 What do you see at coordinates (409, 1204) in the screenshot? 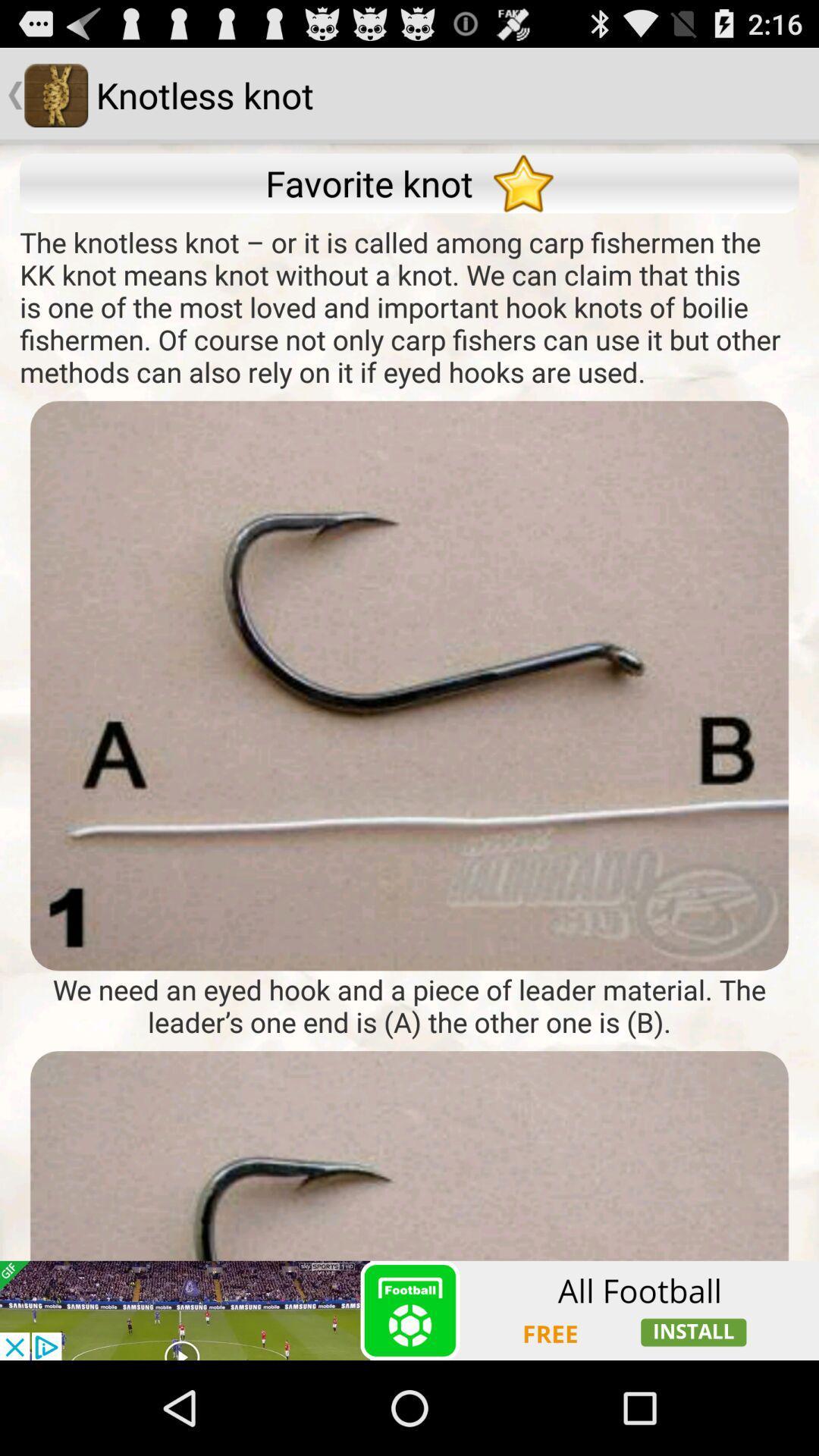
I see `advertisement page` at bounding box center [409, 1204].